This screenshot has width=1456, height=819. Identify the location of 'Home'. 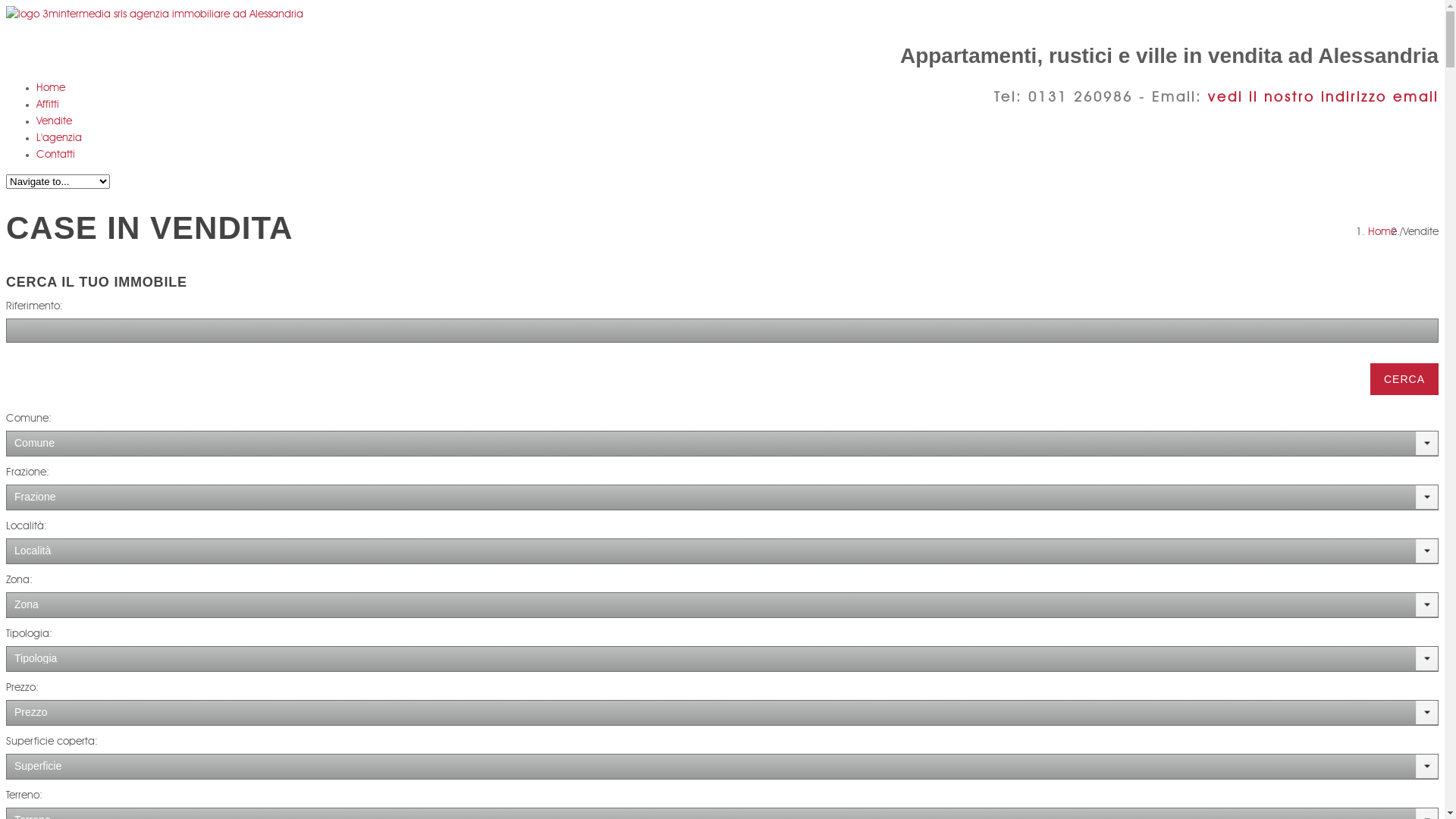
(51, 87).